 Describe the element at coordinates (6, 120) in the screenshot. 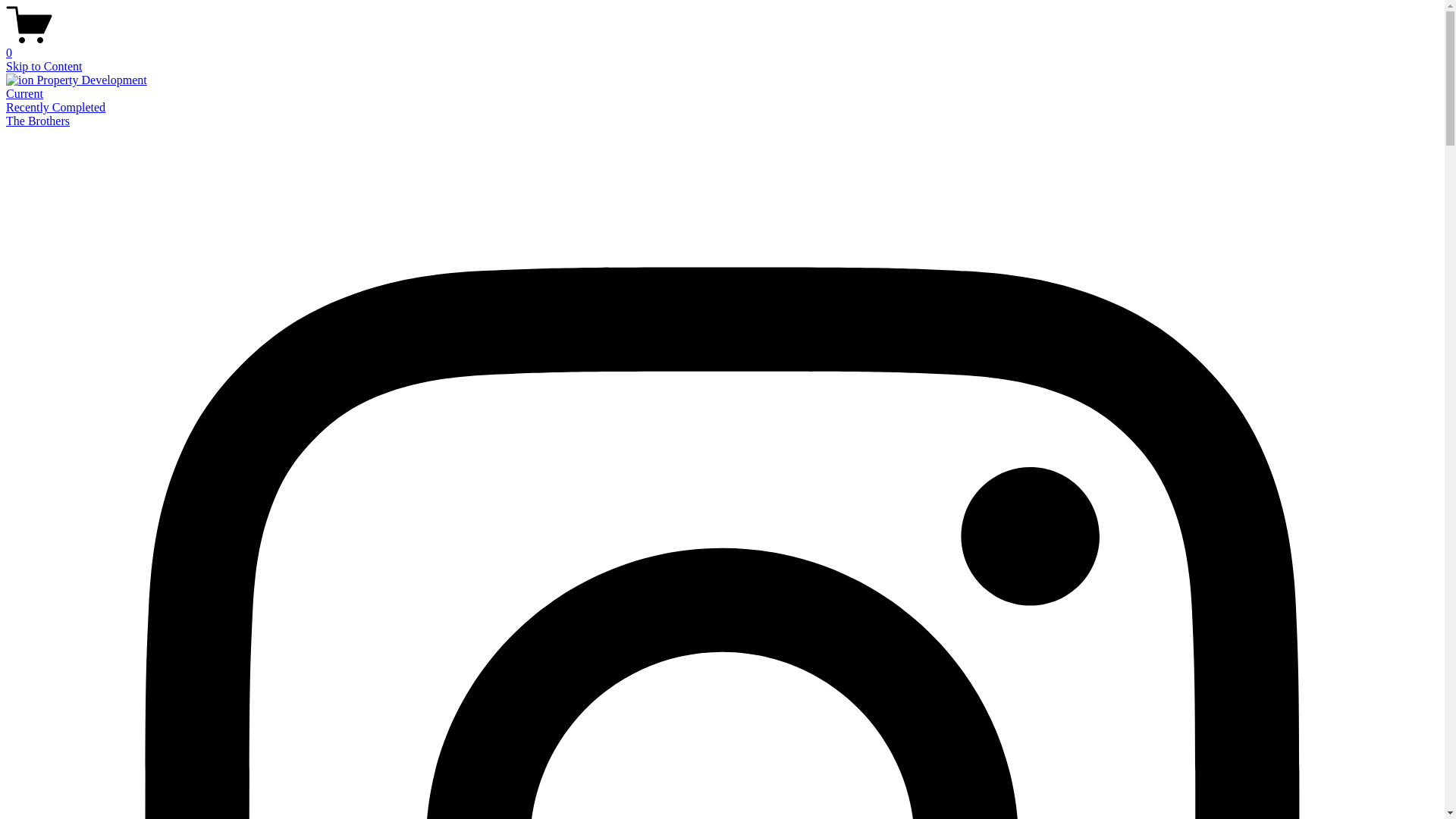

I see `'The Brothers'` at that location.